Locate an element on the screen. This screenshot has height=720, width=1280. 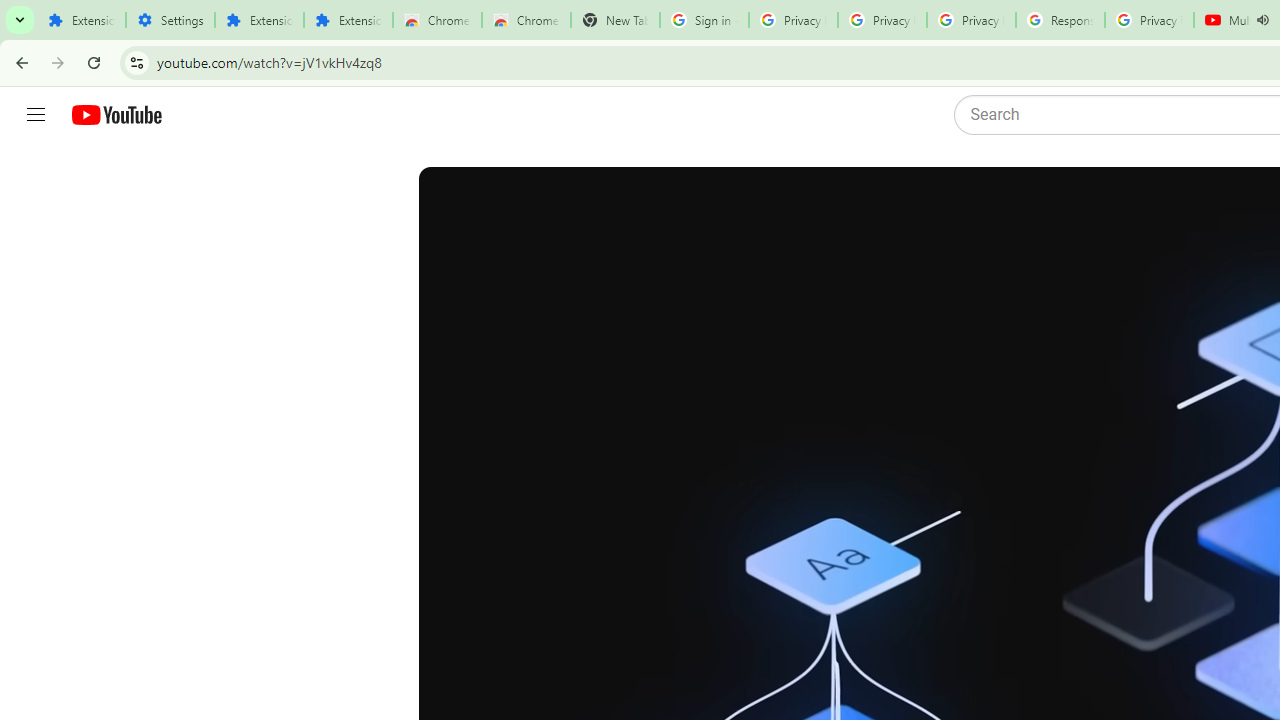
'Chrome Web Store' is located at coordinates (436, 20).